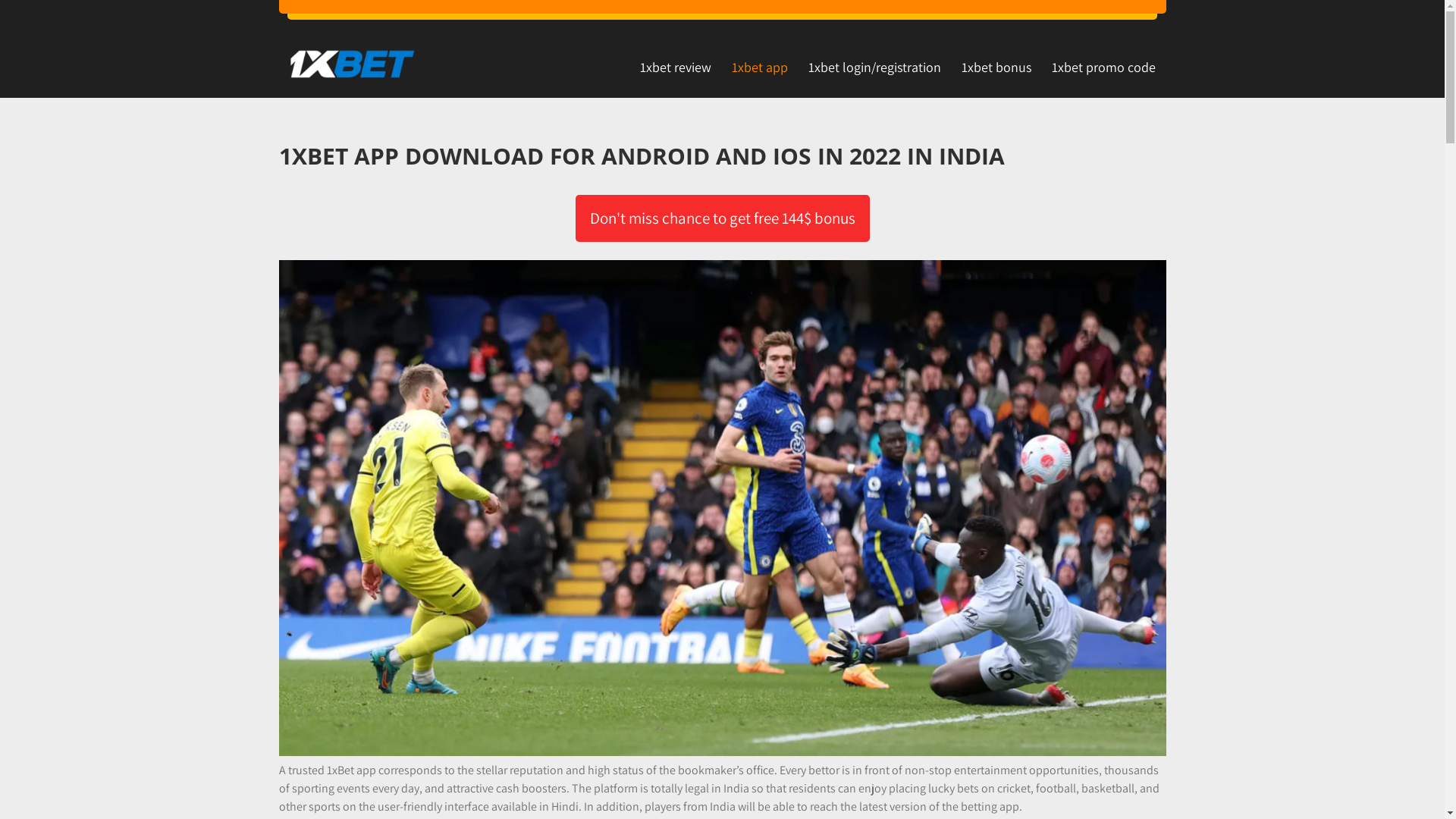 The image size is (1456, 819). What do you see at coordinates (874, 66) in the screenshot?
I see `'1xbet login/registration'` at bounding box center [874, 66].